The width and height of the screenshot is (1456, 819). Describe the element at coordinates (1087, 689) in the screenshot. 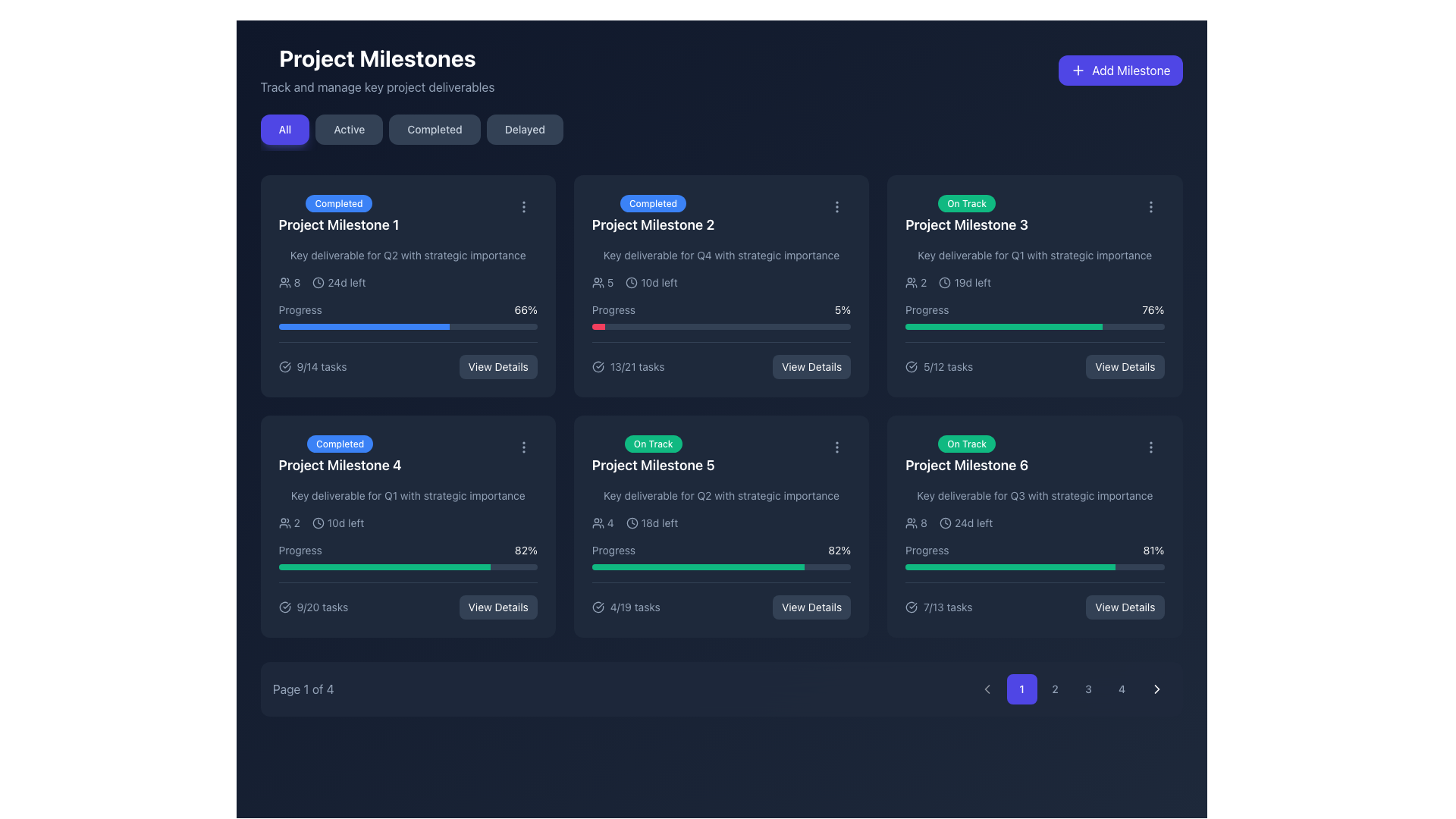

I see `the button labeled '3' in the pagination control` at that location.